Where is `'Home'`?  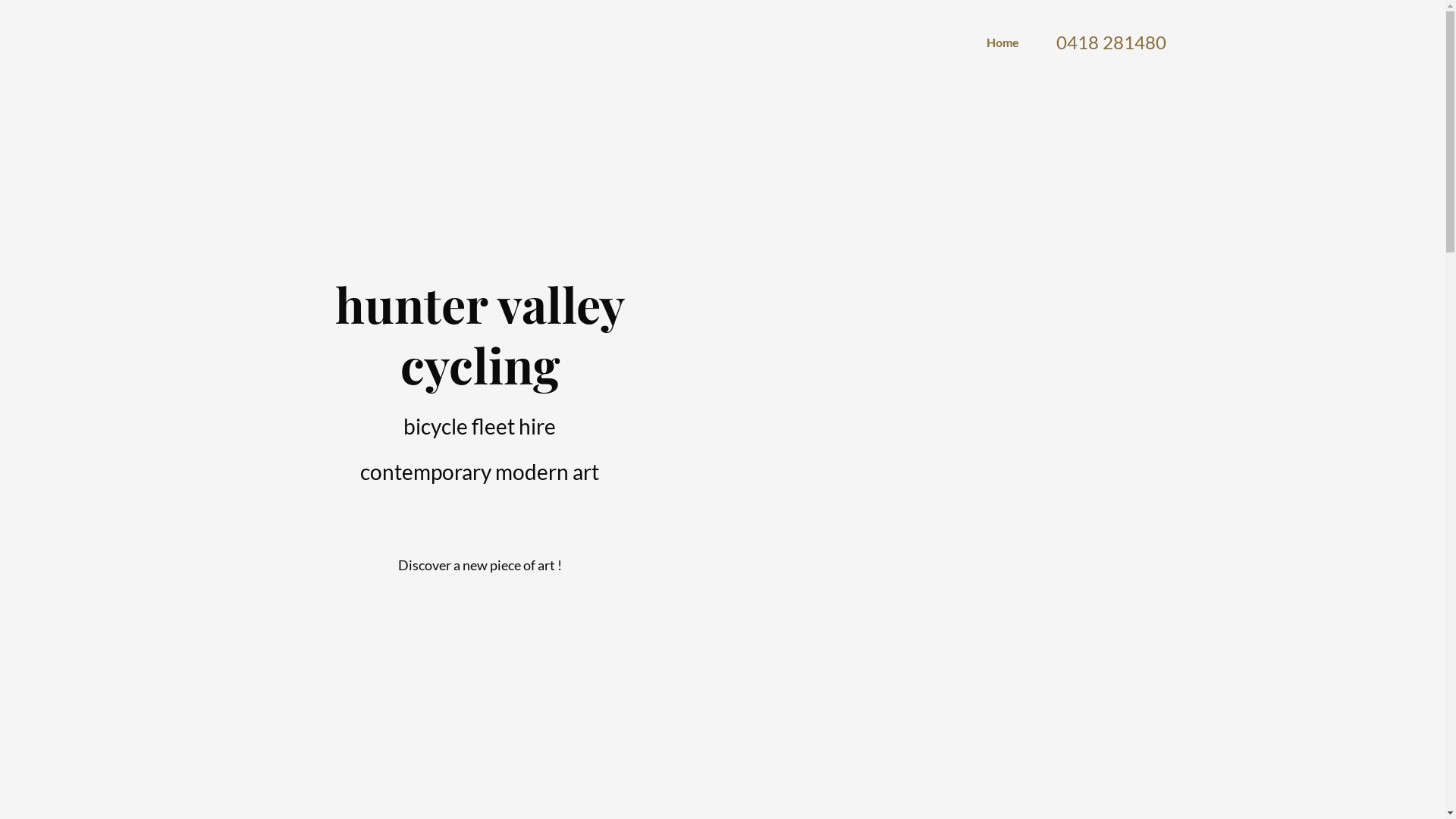
'Home' is located at coordinates (1002, 42).